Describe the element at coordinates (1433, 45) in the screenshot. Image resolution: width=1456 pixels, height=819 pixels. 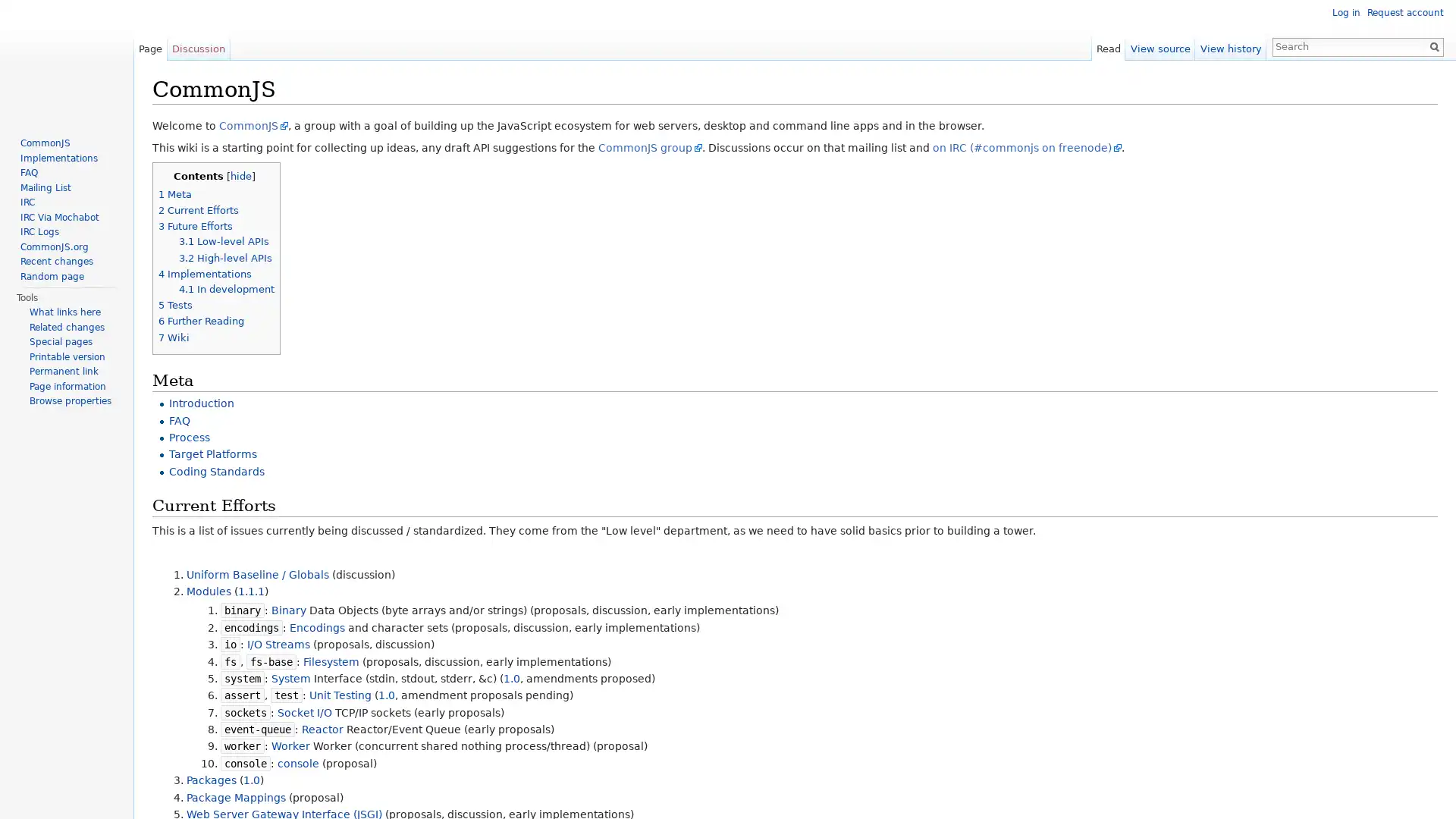
I see `Go` at that location.